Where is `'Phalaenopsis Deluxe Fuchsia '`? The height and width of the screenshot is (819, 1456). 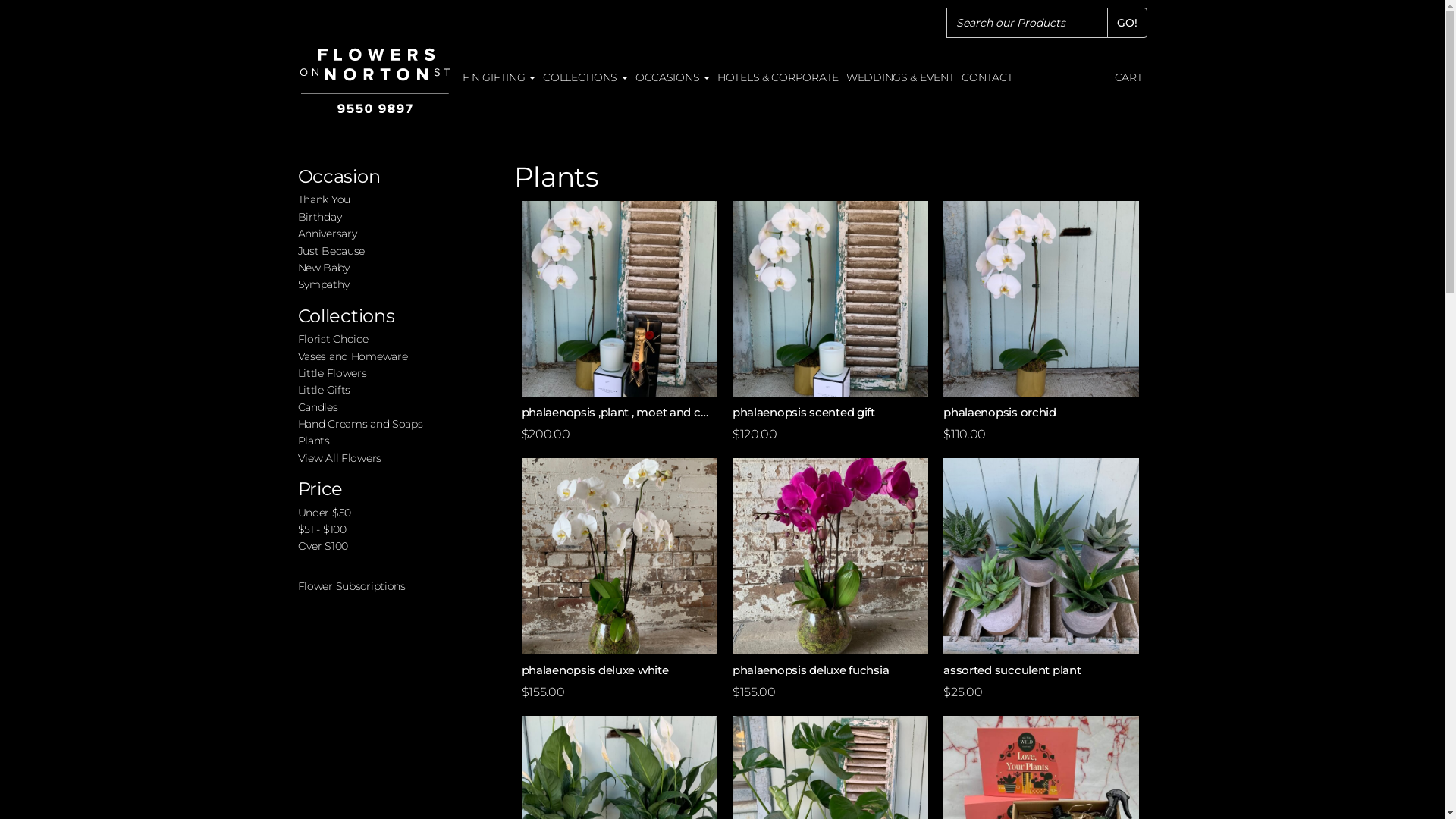 'Phalaenopsis Deluxe Fuchsia ' is located at coordinates (829, 555).